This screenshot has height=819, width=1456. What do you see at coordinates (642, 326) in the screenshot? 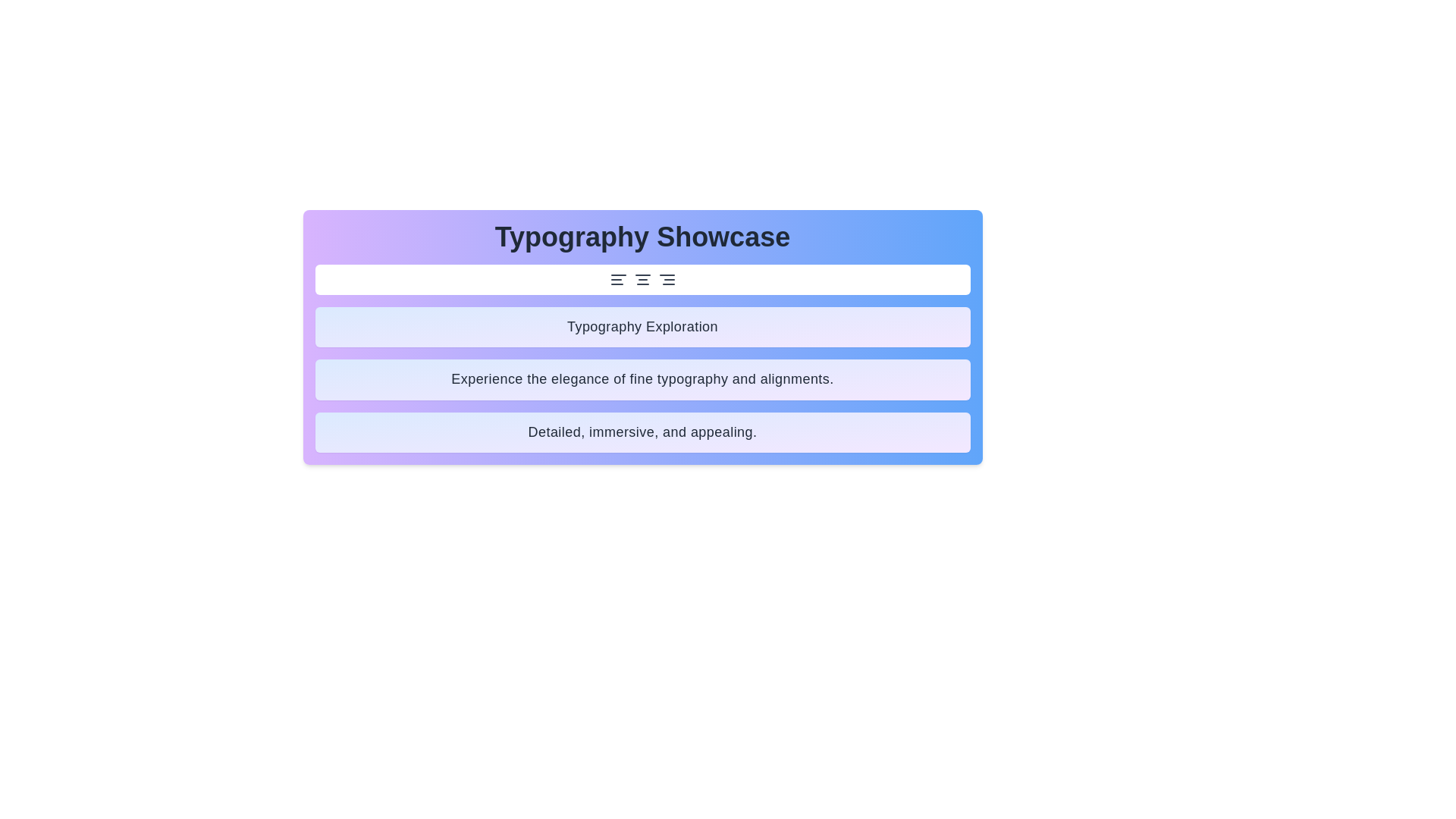
I see `the text block displaying 'Typography Exploration' with a gradient background from soft blue to light purple` at bounding box center [642, 326].